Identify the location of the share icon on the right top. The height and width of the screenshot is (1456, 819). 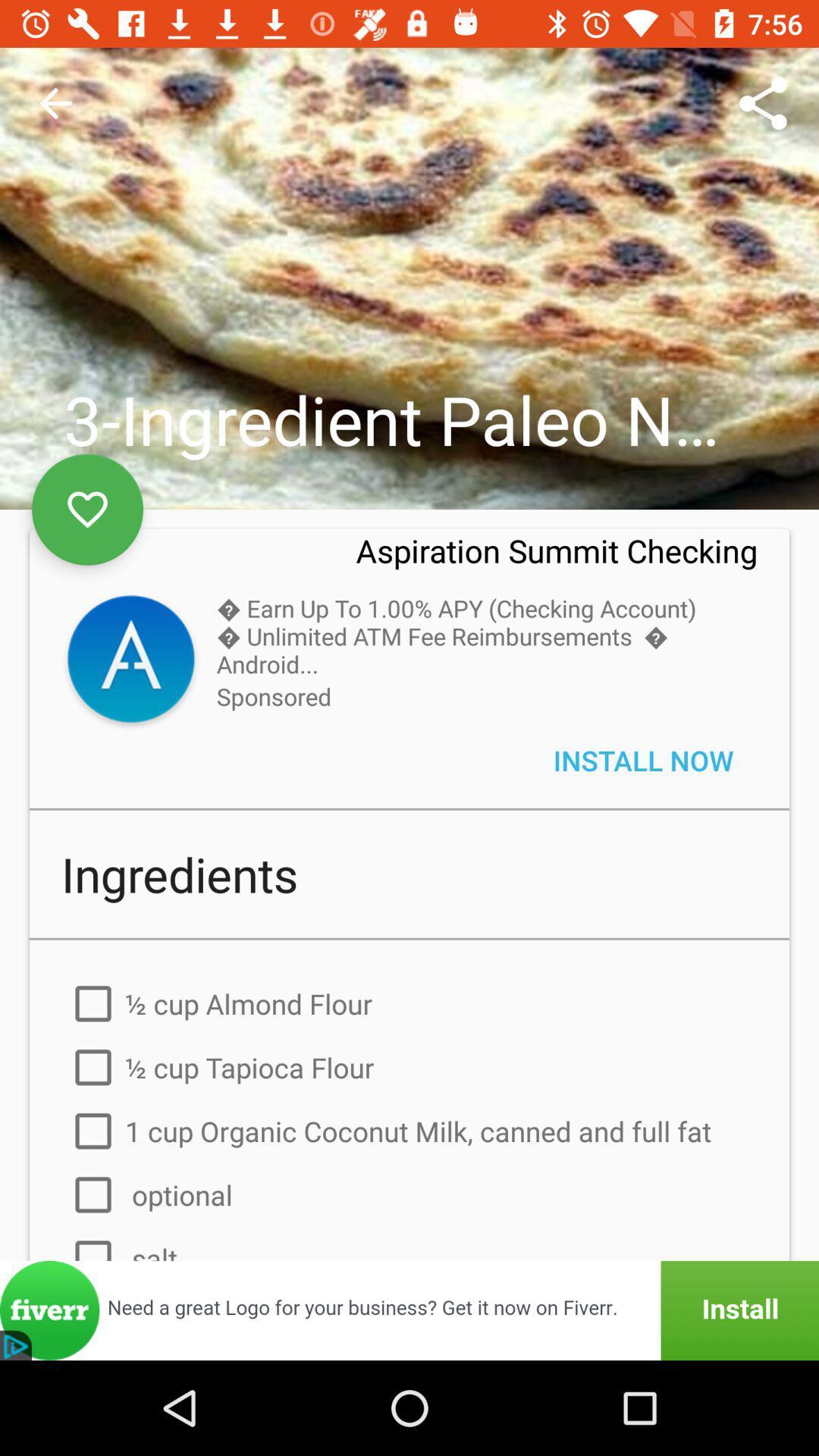
(763, 103).